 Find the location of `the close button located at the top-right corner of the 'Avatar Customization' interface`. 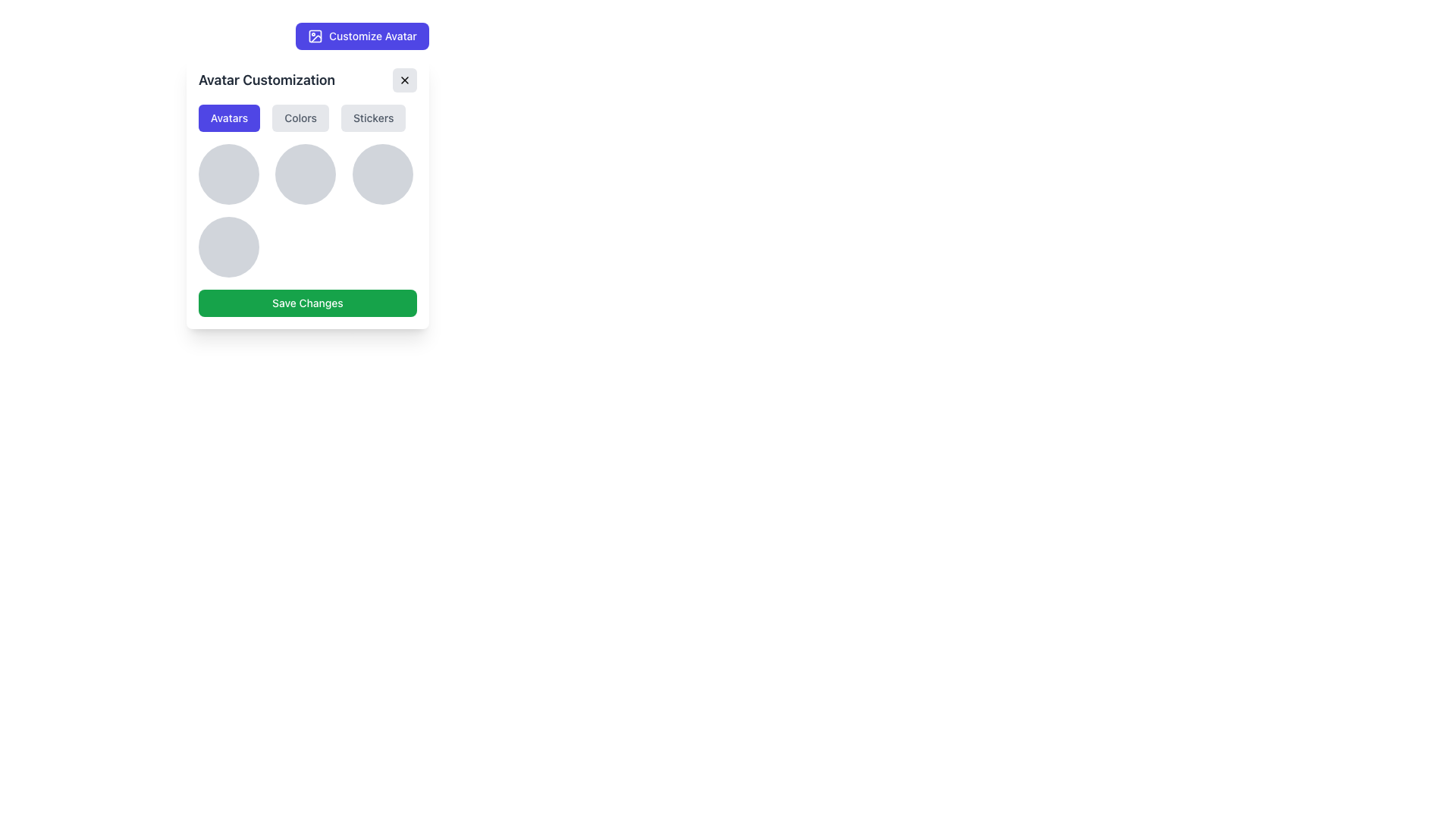

the close button located at the top-right corner of the 'Avatar Customization' interface is located at coordinates (404, 80).